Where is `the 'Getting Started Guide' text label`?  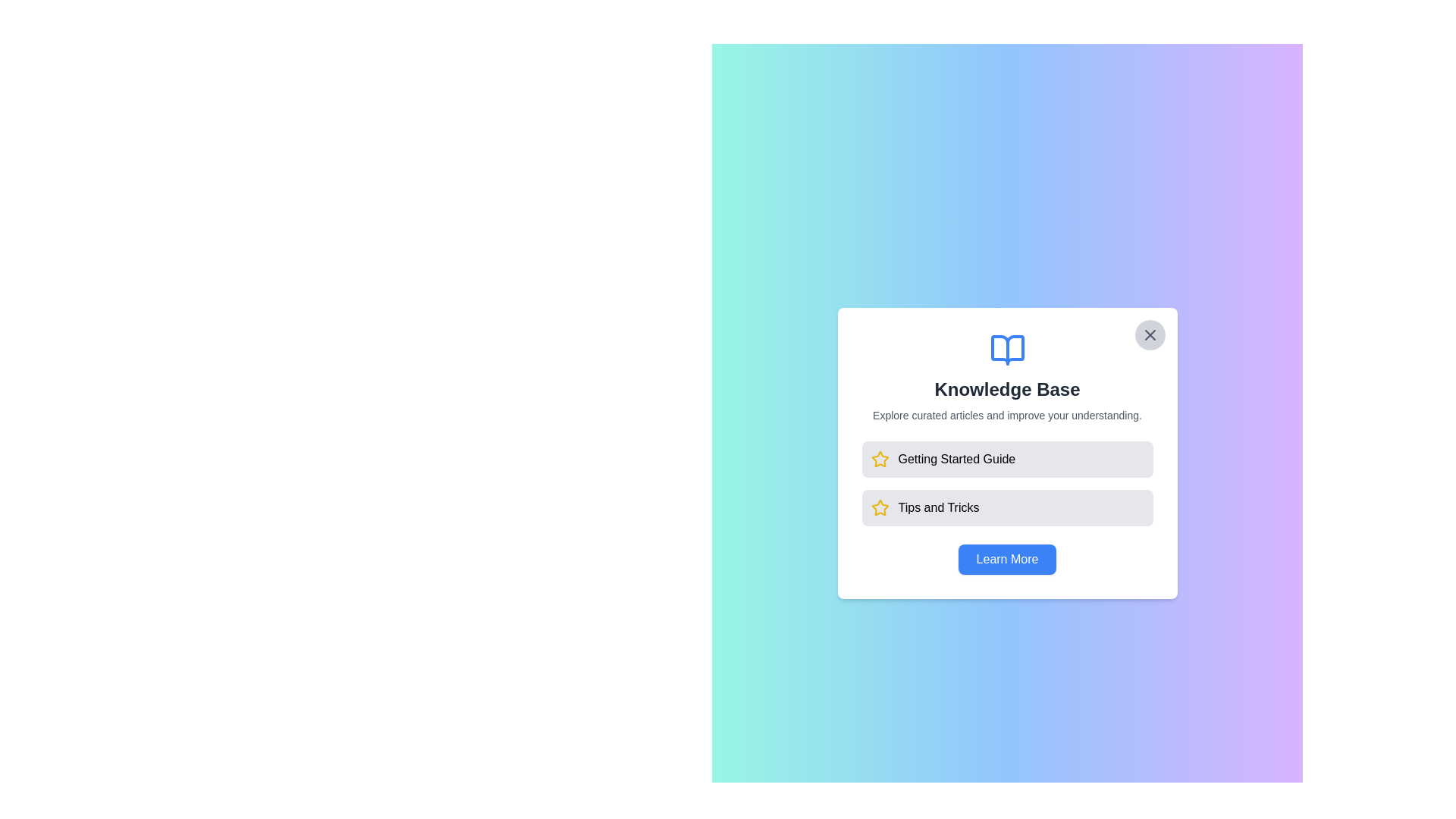 the 'Getting Started Guide' text label is located at coordinates (955, 458).